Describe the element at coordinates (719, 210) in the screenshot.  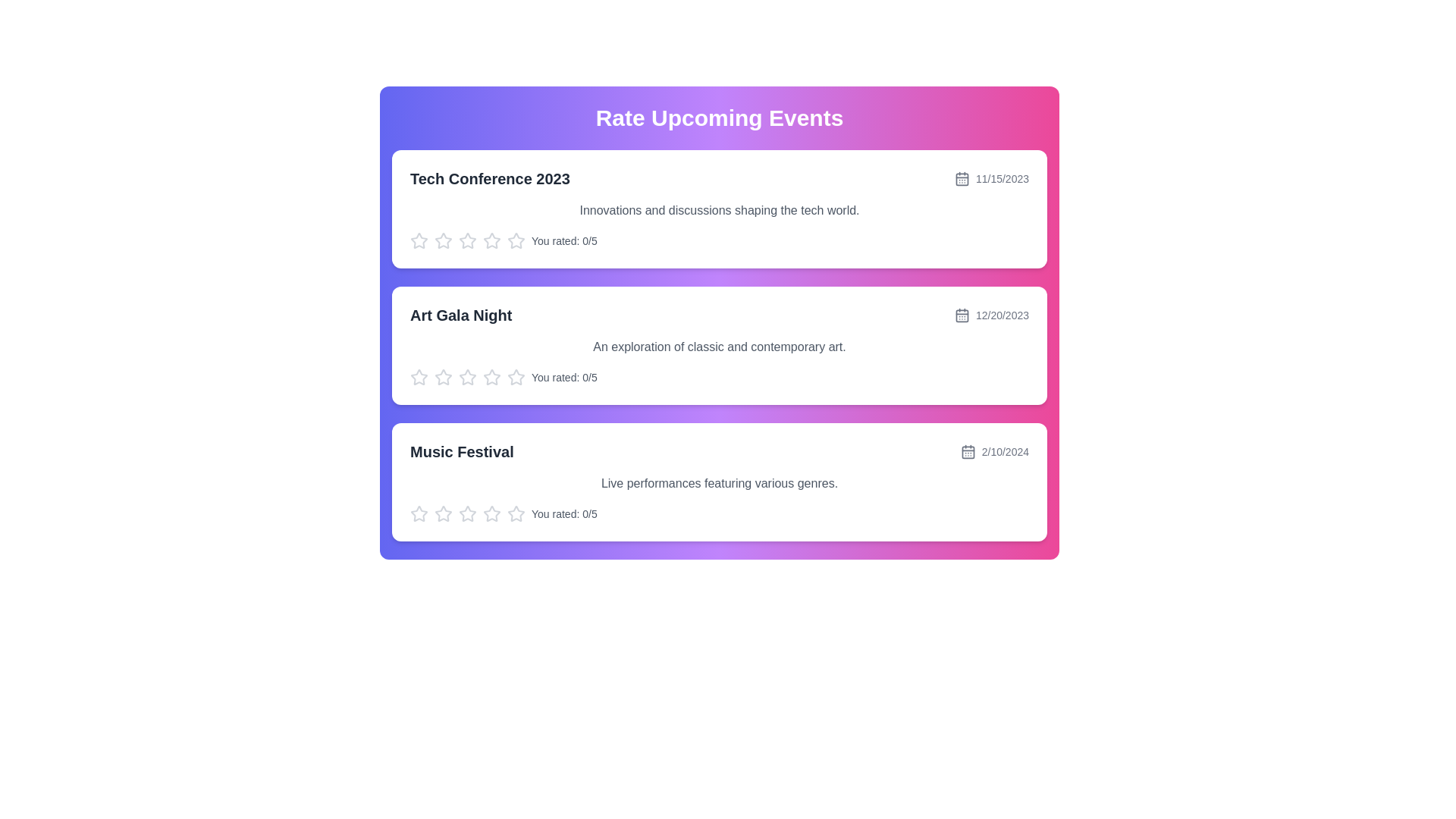
I see `text content 'Innovations and discussions shaping the tech world.' located centrally within the card-like component of the 'Tech Conference 2023' event` at that location.